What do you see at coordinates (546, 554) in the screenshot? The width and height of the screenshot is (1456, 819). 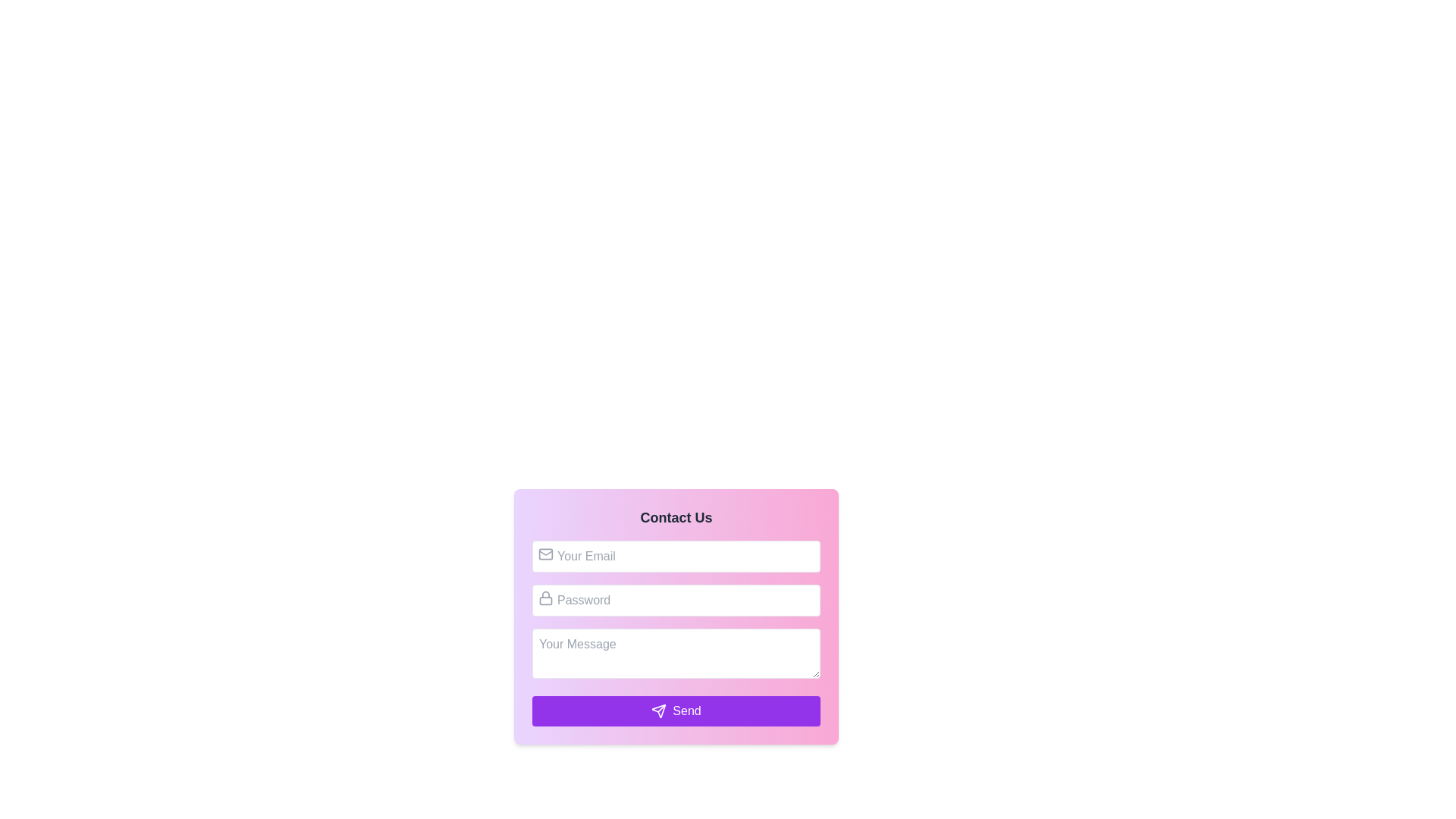 I see `the decorative SVG rectangle that visually indicates the email field in the 'Contact Us' form` at bounding box center [546, 554].